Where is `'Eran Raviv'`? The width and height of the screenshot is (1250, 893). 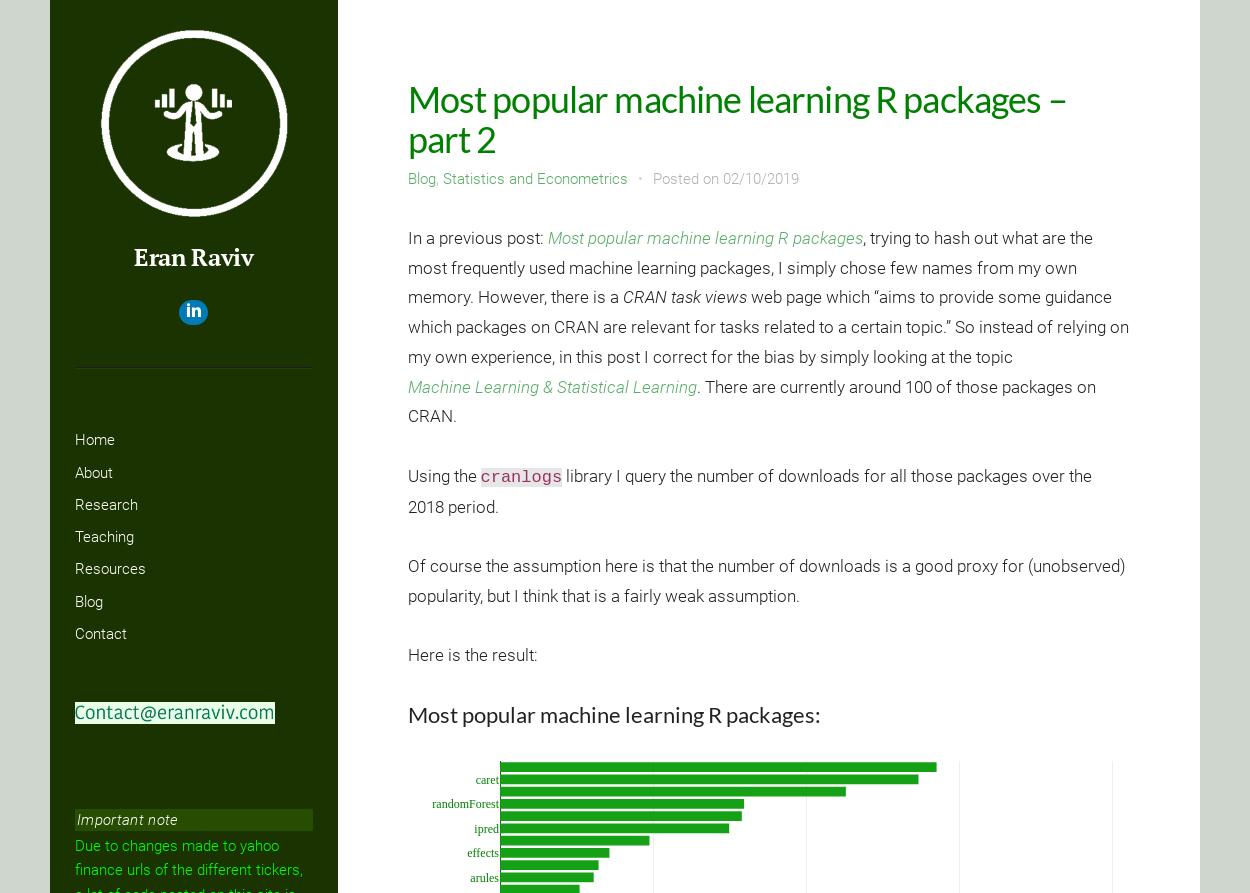 'Eran Raviv' is located at coordinates (192, 256).